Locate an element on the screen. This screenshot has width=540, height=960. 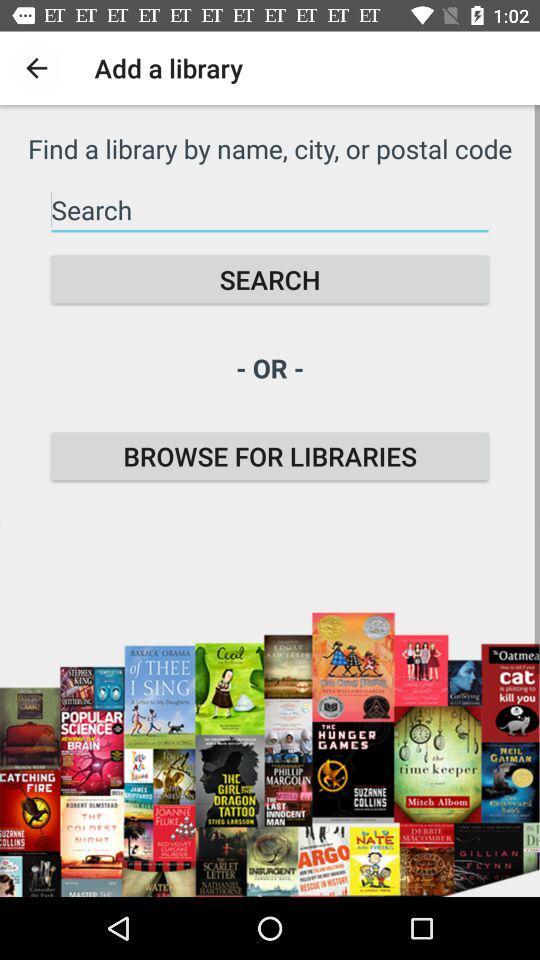
item above the find a library icon is located at coordinates (36, 68).